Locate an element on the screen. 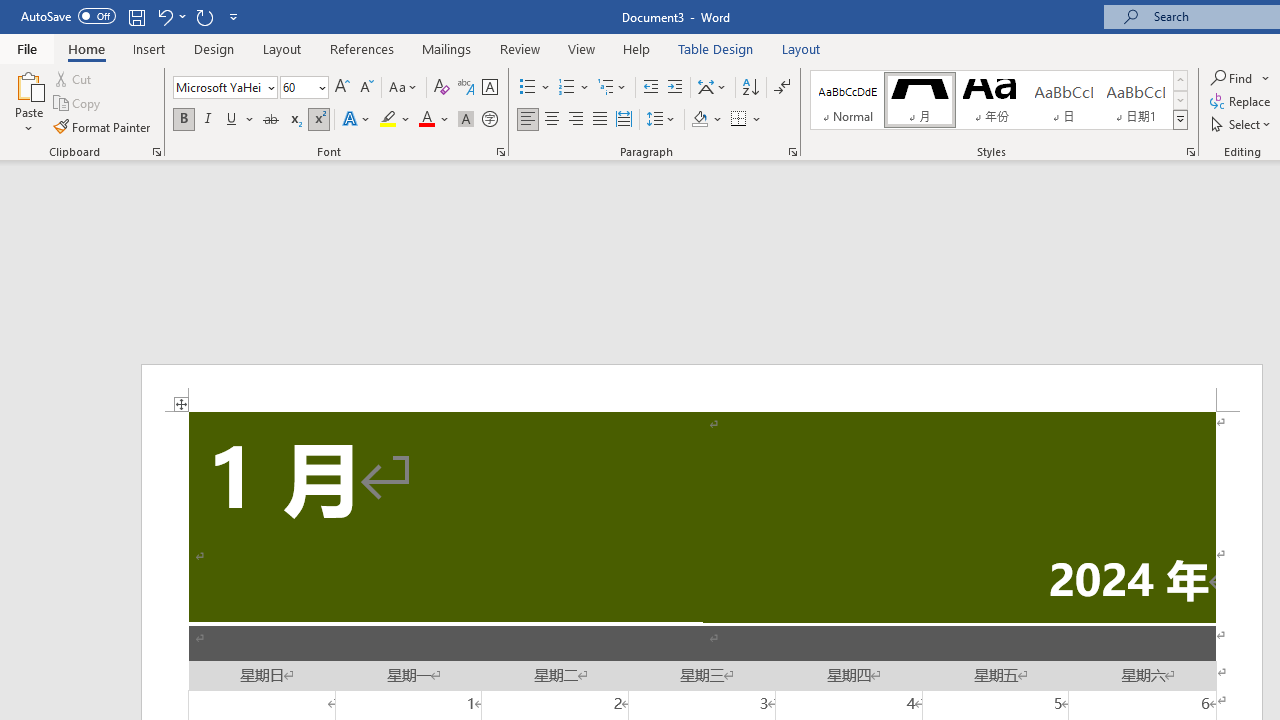  'Cut' is located at coordinates (74, 78).